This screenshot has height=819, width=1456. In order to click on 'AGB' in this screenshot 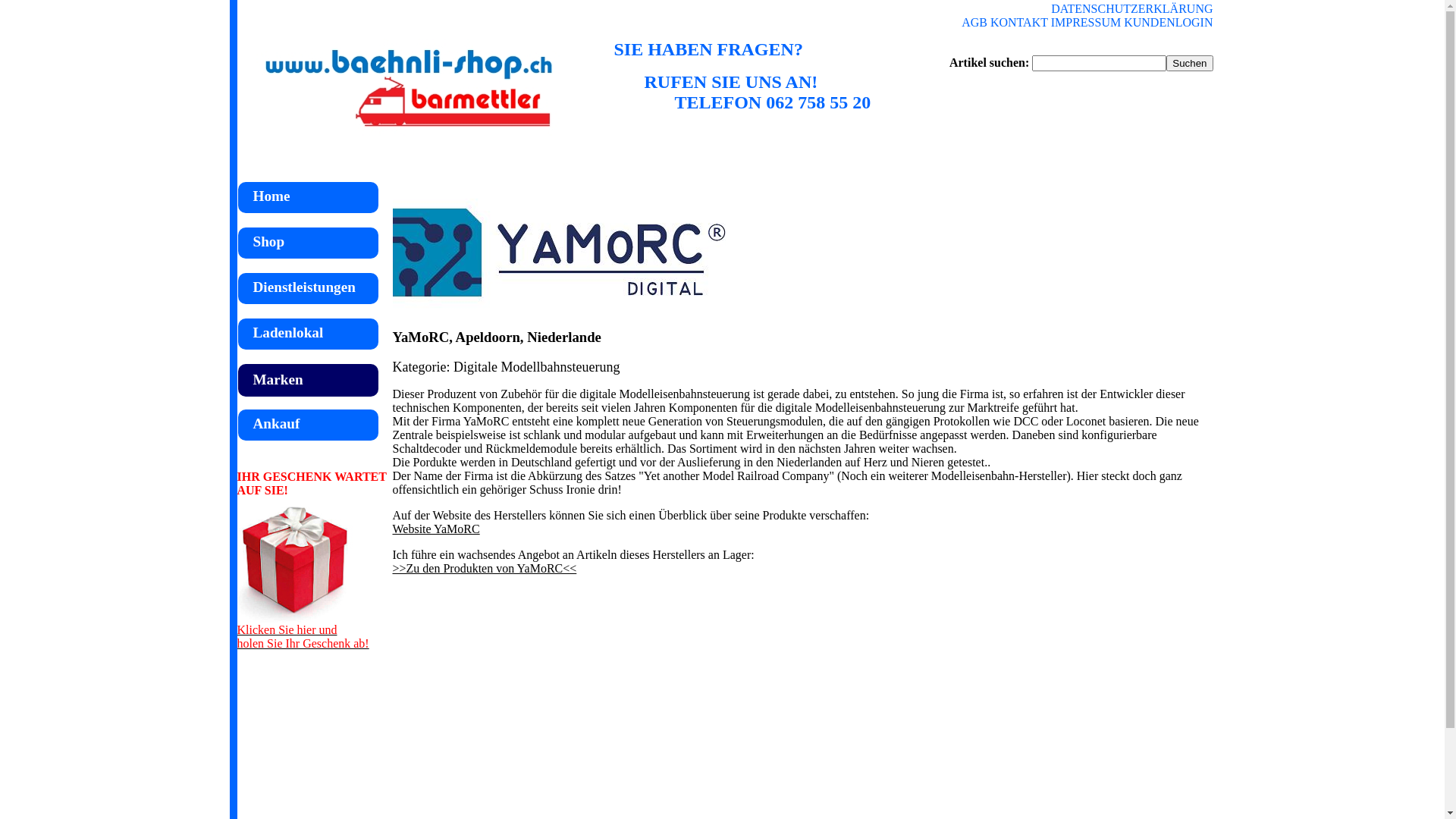, I will do `click(974, 22)`.